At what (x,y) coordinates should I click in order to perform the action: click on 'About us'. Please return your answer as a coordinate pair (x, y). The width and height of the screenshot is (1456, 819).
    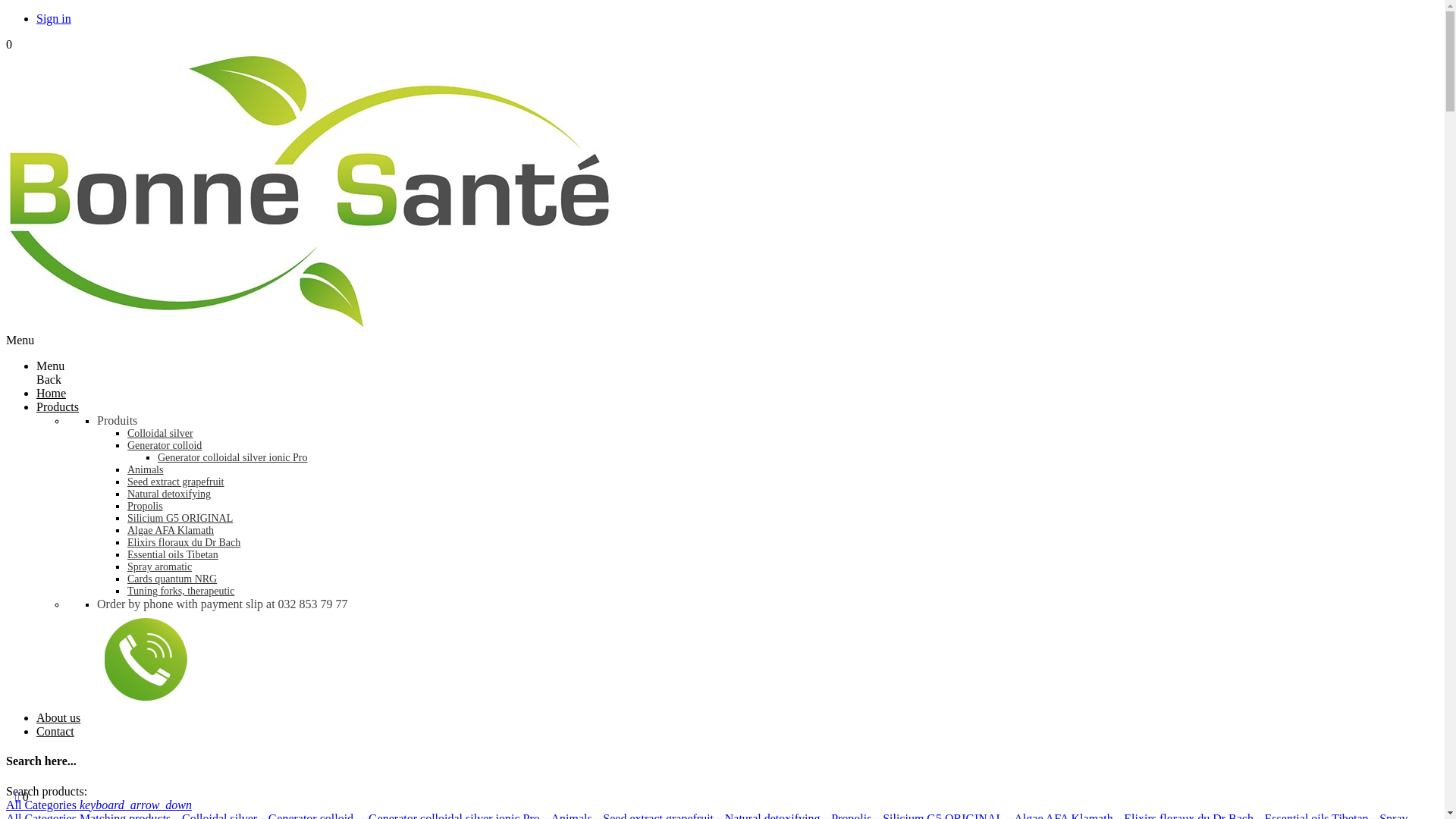
    Looking at the image, I should click on (58, 717).